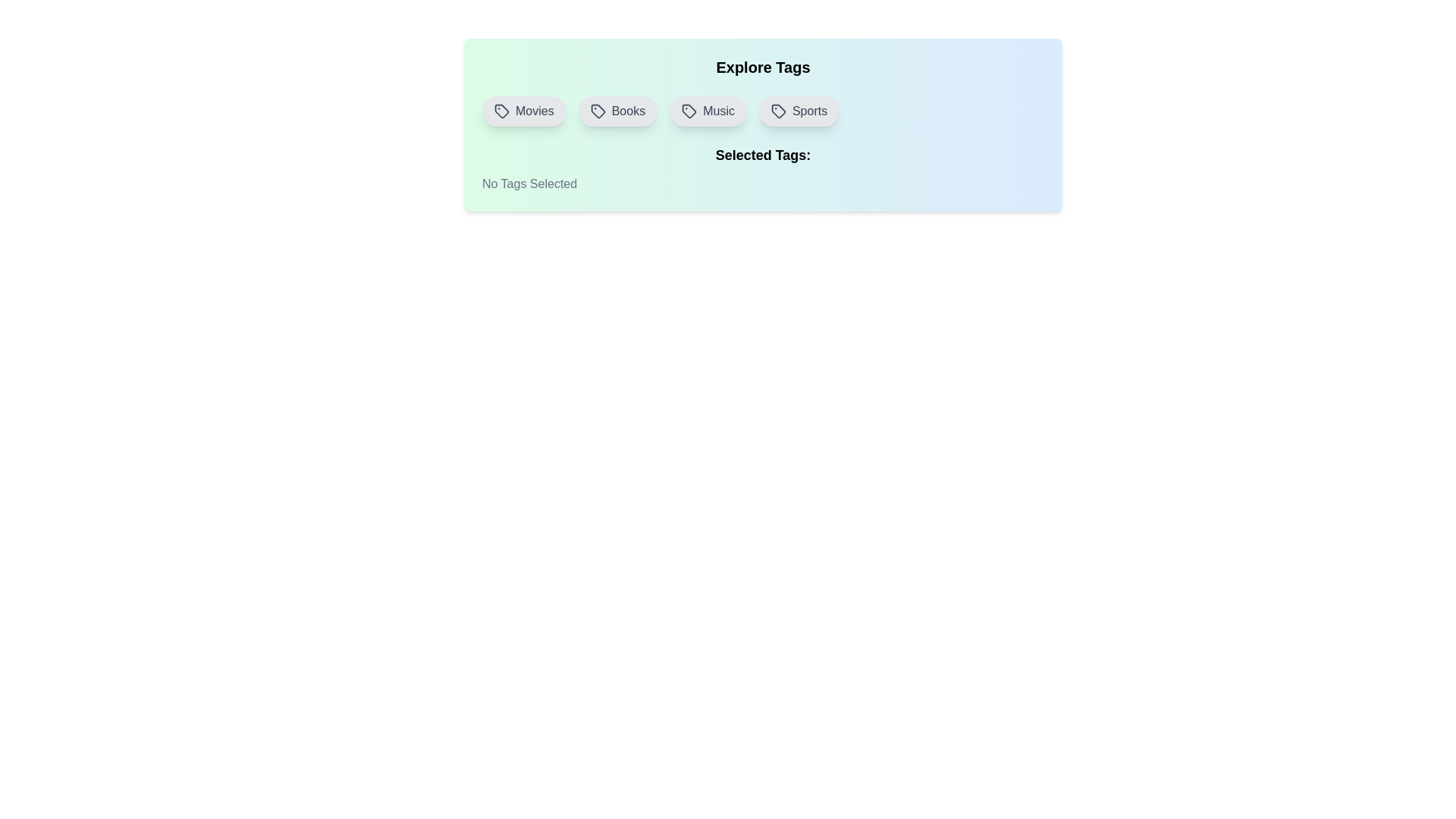 Image resolution: width=1456 pixels, height=819 pixels. Describe the element at coordinates (799, 110) in the screenshot. I see `the button that has a rounded rectangular shape with a light gray background, containing a dark gray tag icon and the text 'Sports'` at that location.